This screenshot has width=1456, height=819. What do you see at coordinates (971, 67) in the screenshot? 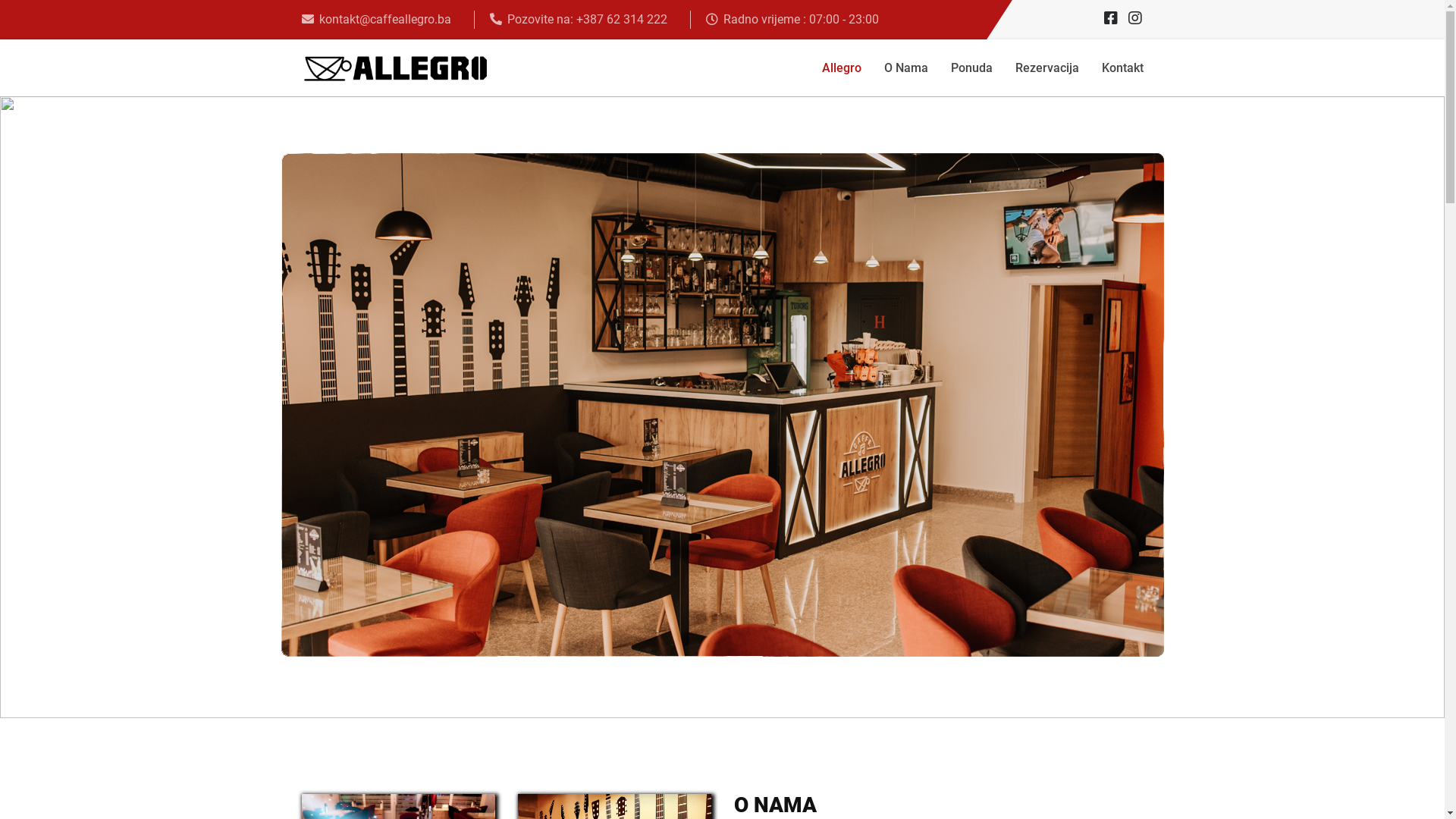
I see `'Ponuda'` at bounding box center [971, 67].